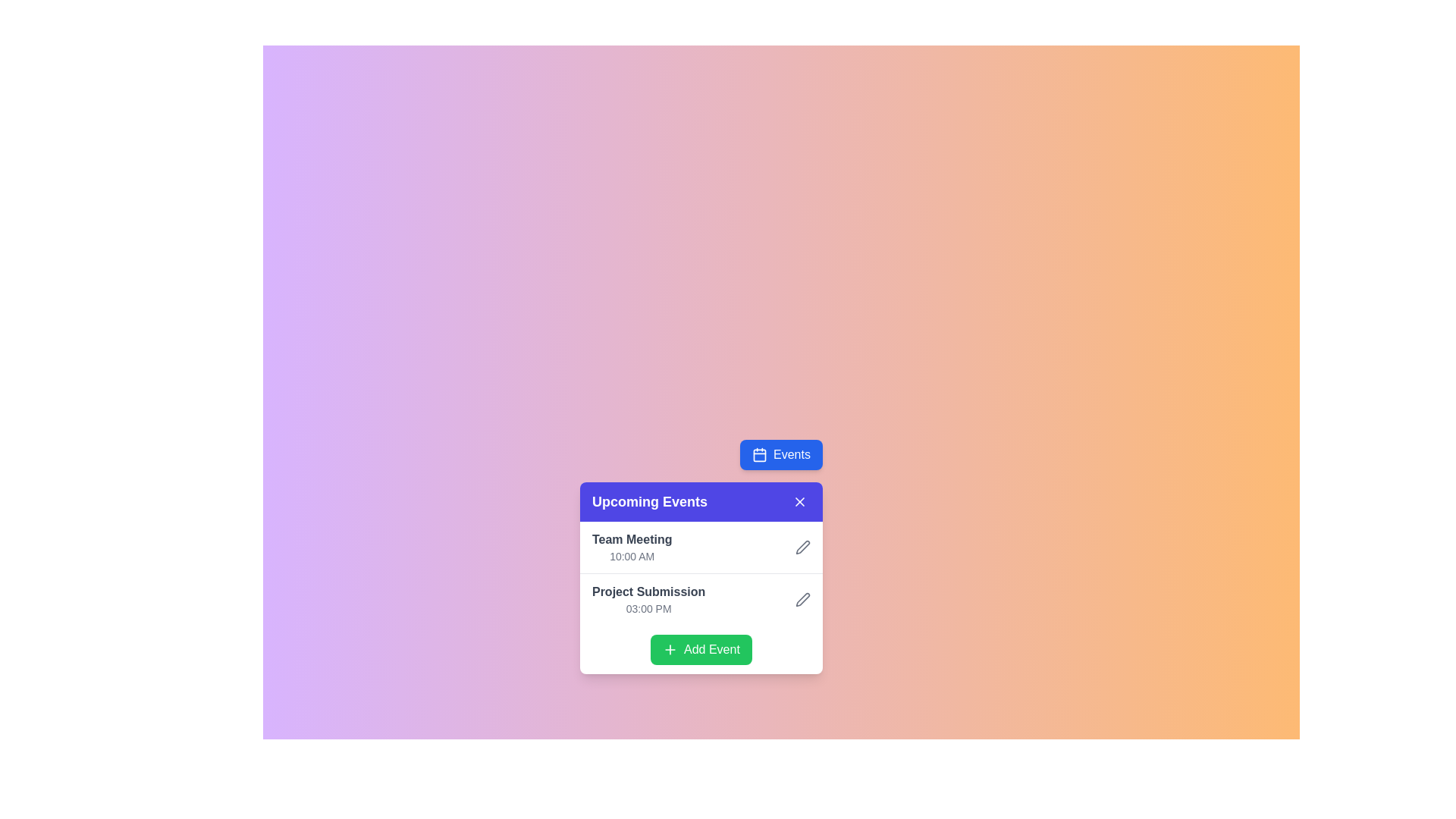 This screenshot has height=819, width=1456. What do you see at coordinates (700, 578) in the screenshot?
I see `the event card in the bottom half of the page` at bounding box center [700, 578].